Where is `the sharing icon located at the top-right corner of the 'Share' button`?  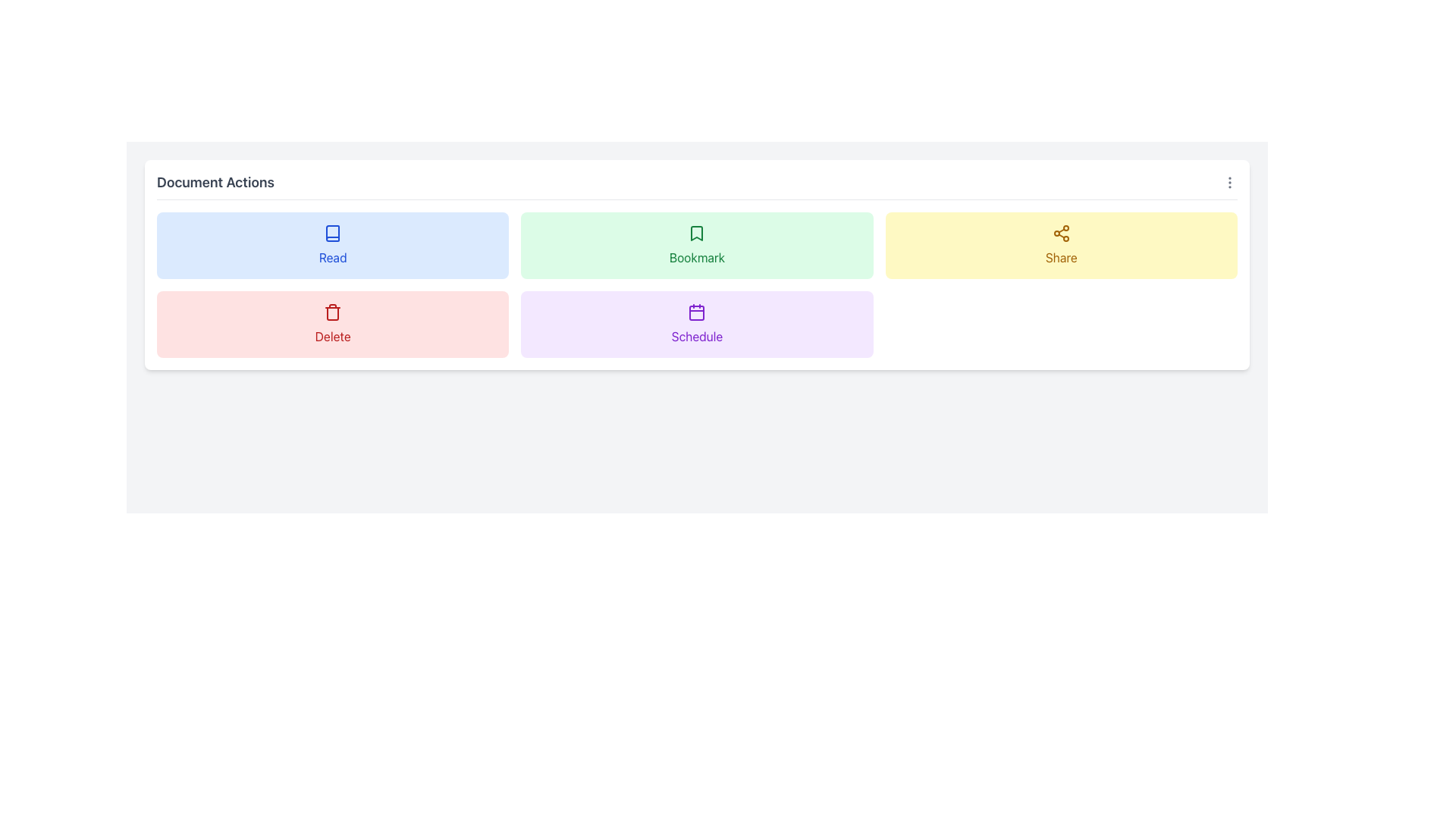 the sharing icon located at the top-right corner of the 'Share' button is located at coordinates (1060, 234).